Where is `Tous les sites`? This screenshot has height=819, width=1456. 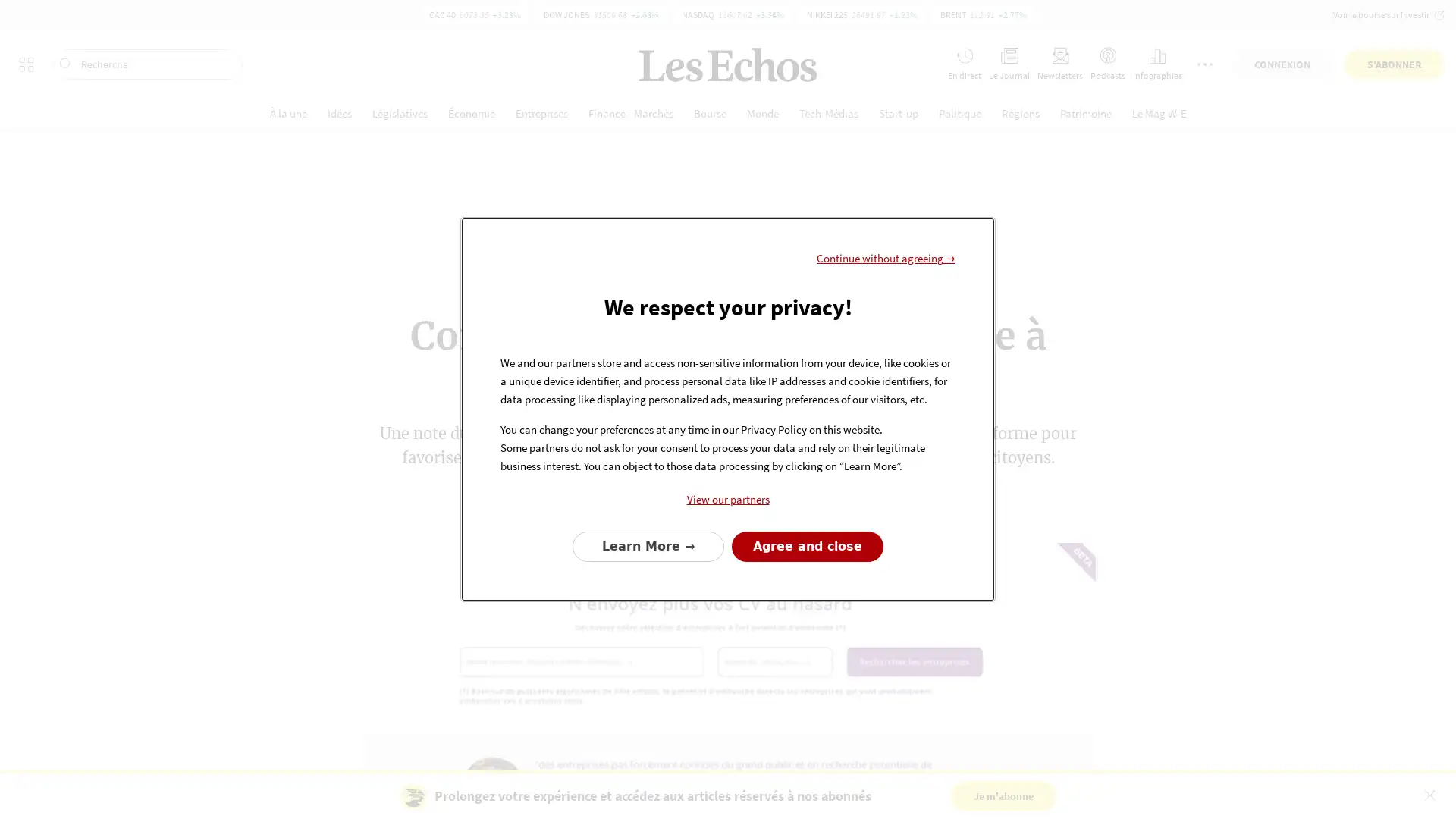
Tous les sites is located at coordinates (26, 20).